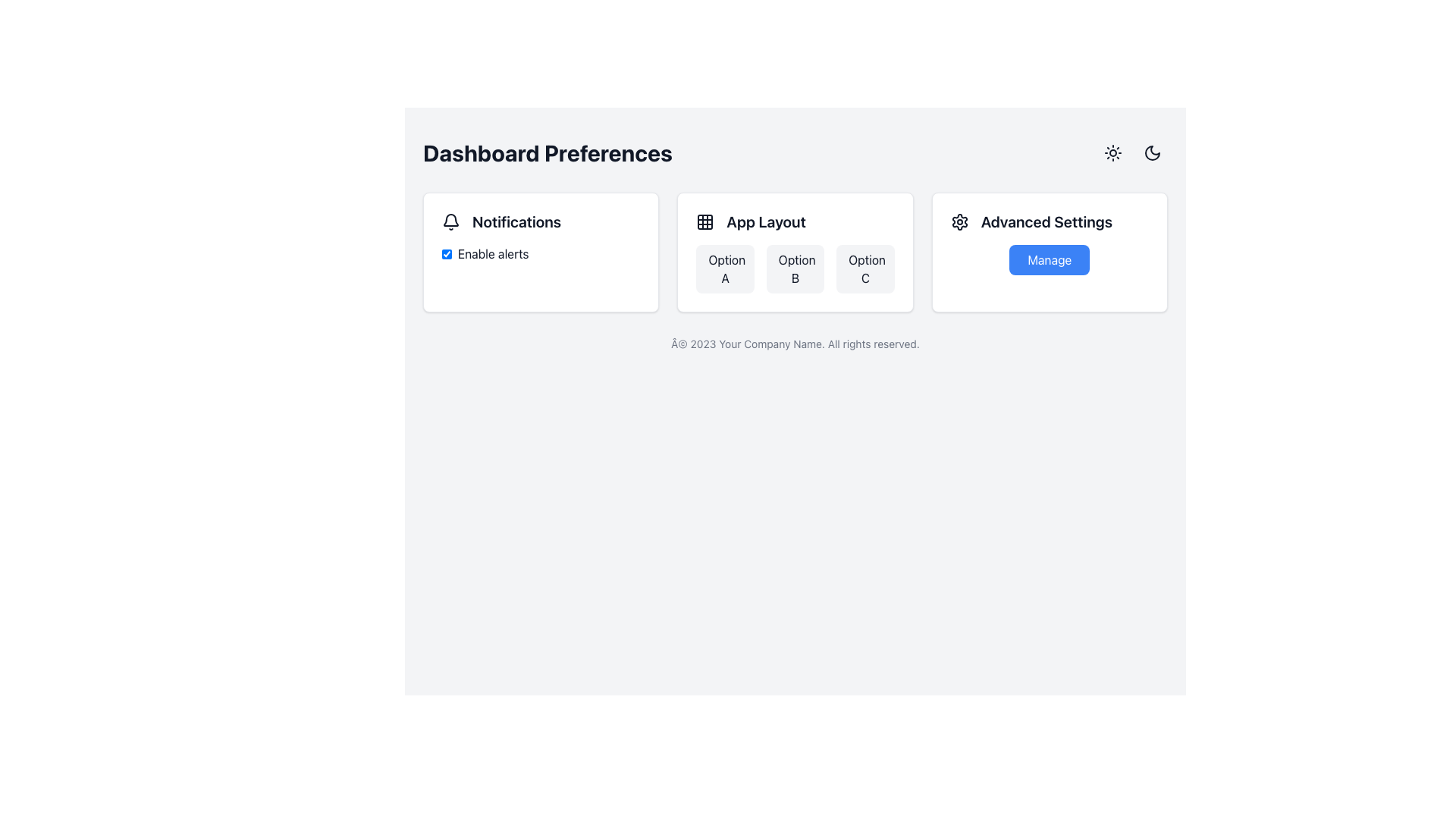  What do you see at coordinates (959, 222) in the screenshot?
I see `the gear-shaped icon representing settings located in the 'Advanced Settings' section` at bounding box center [959, 222].